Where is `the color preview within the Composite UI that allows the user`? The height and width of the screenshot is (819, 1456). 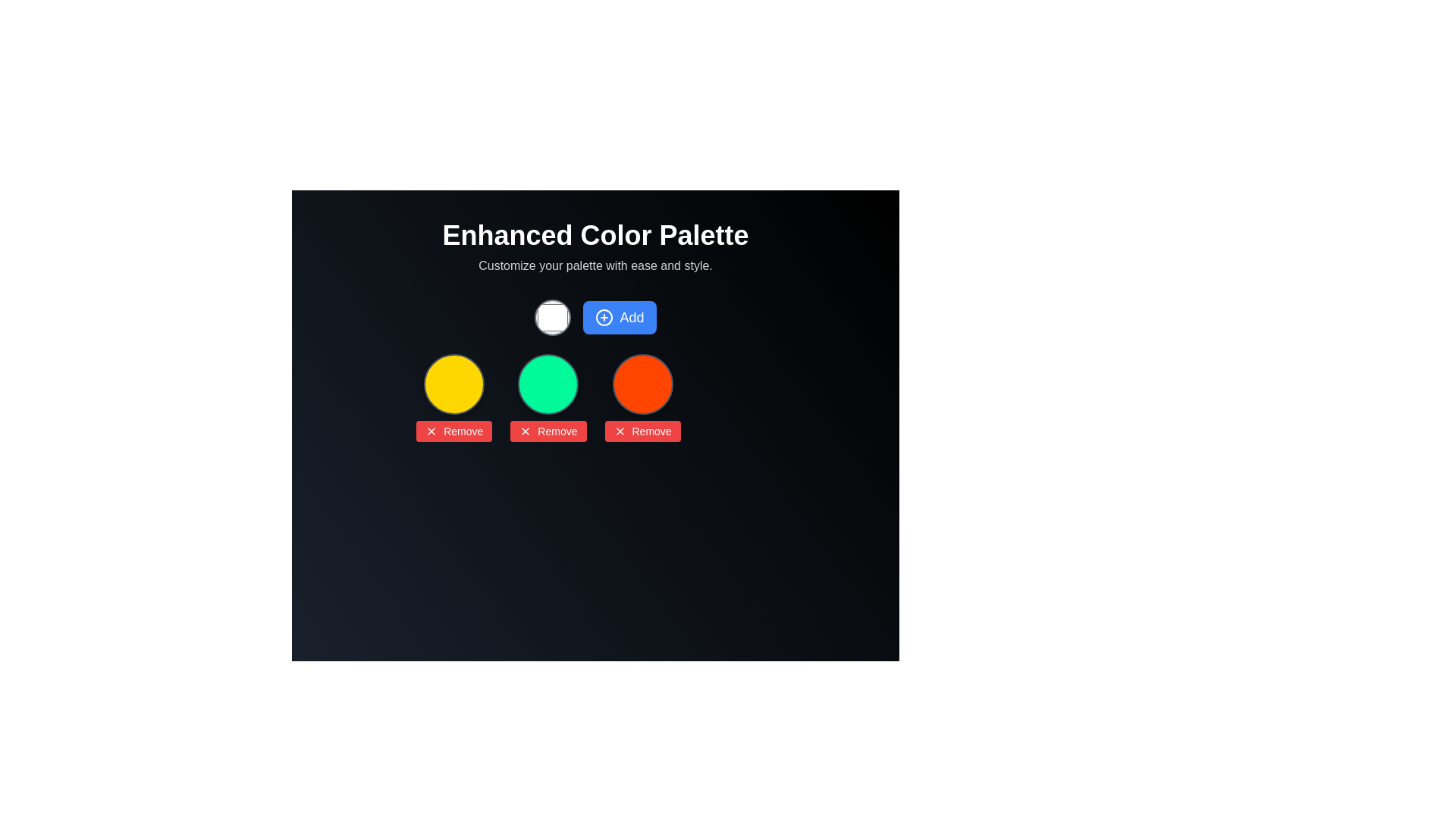
the color preview within the Composite UI that allows the user is located at coordinates (595, 317).